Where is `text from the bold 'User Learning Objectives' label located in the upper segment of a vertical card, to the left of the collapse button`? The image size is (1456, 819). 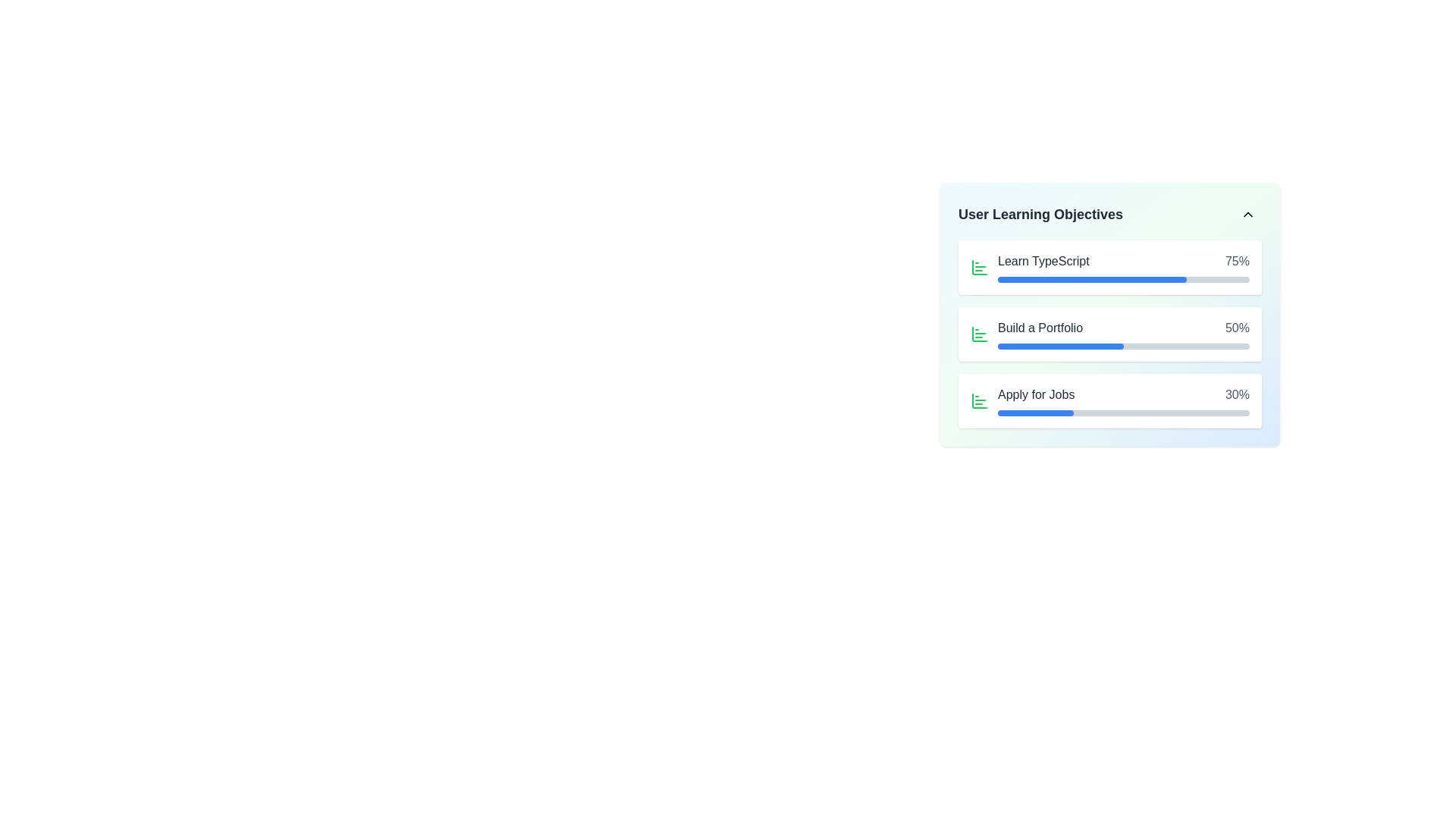 text from the bold 'User Learning Objectives' label located in the upper segment of a vertical card, to the left of the collapse button is located at coordinates (1040, 214).